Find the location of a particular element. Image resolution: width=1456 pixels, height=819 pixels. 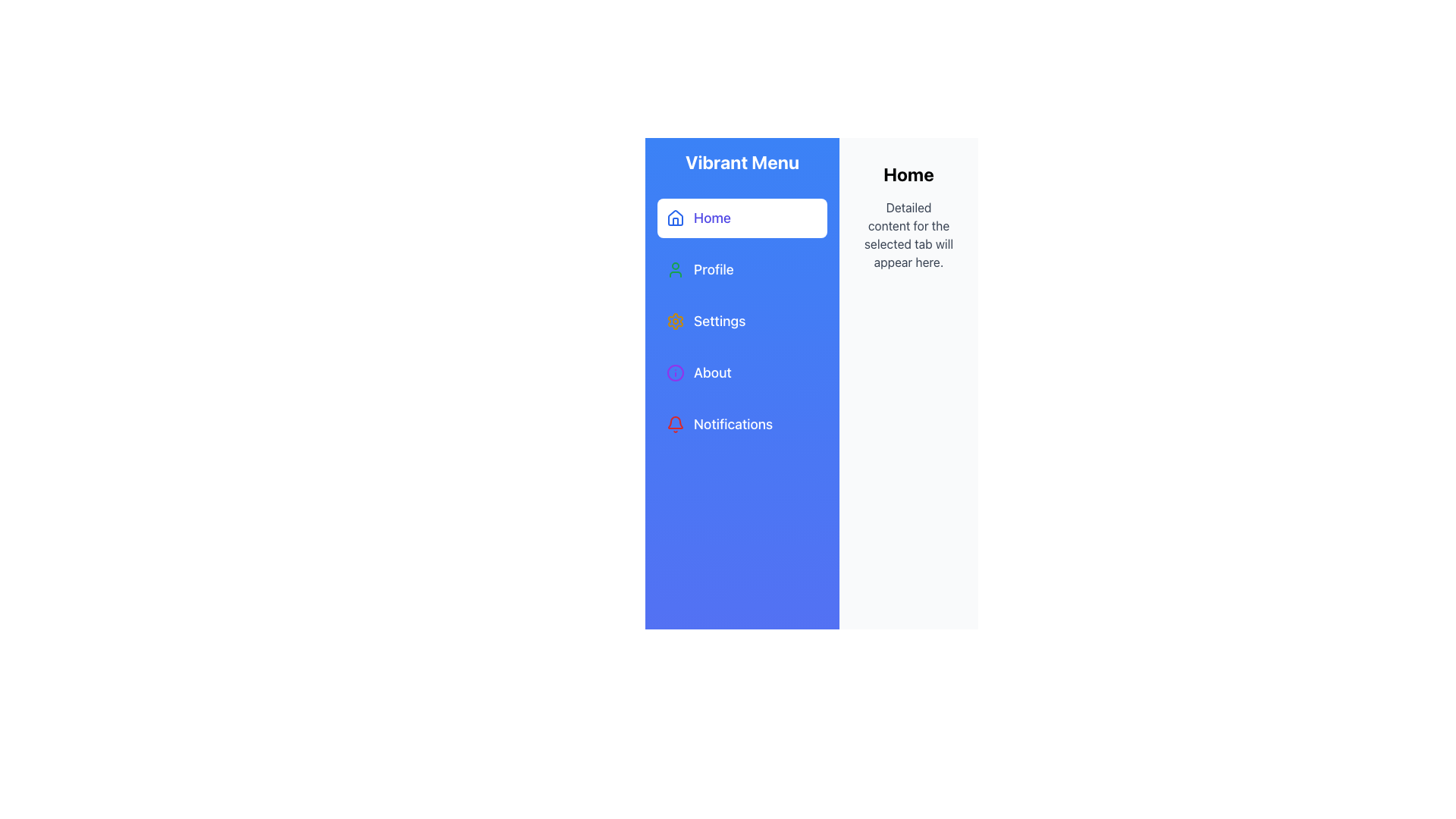

the circular icon with a border and central dot, styled in text-purple-600 color, located to the left of the 'About' menu item is located at coordinates (675, 373).